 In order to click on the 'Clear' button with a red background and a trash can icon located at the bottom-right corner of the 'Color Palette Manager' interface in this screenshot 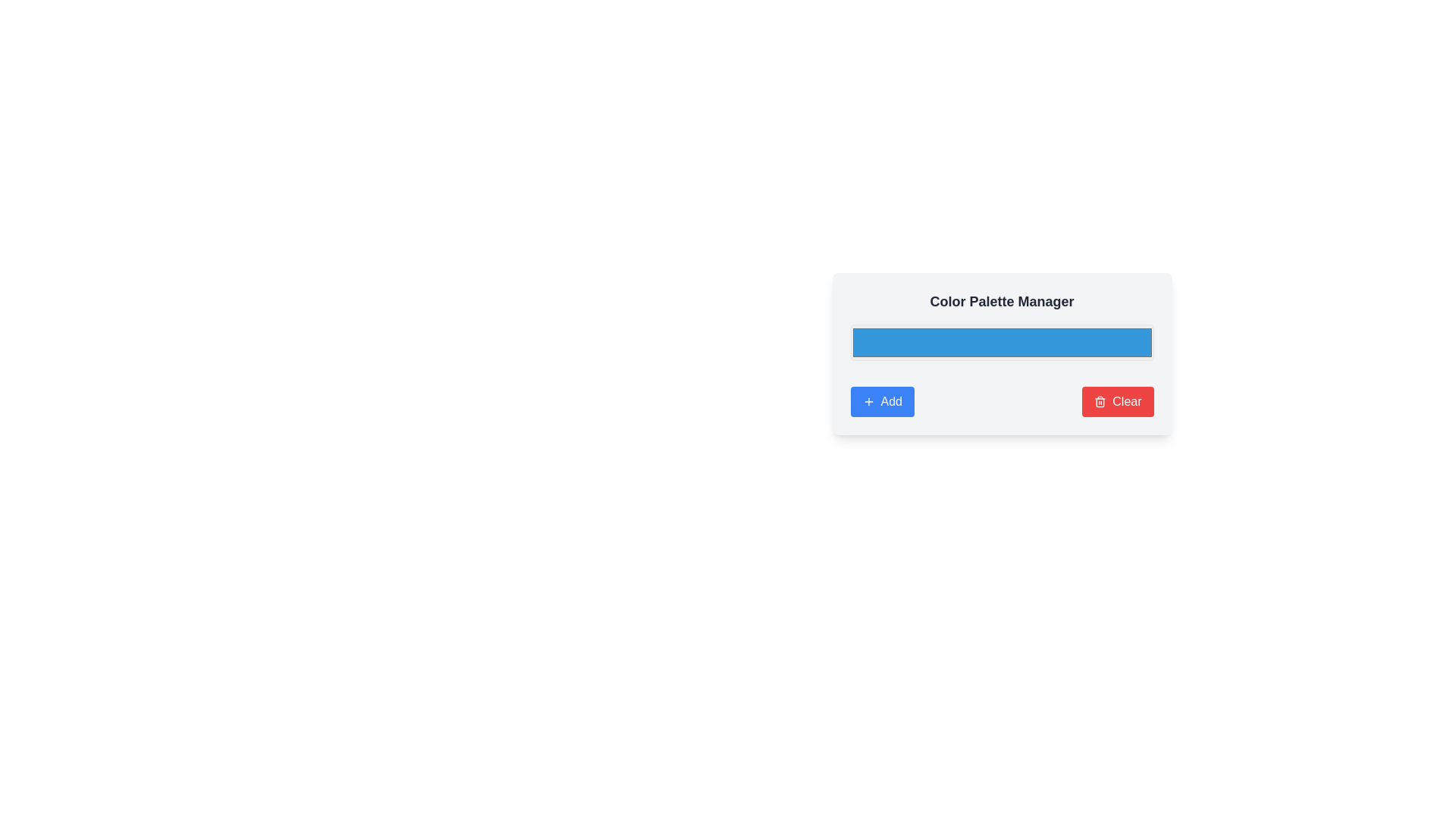, I will do `click(1118, 400)`.